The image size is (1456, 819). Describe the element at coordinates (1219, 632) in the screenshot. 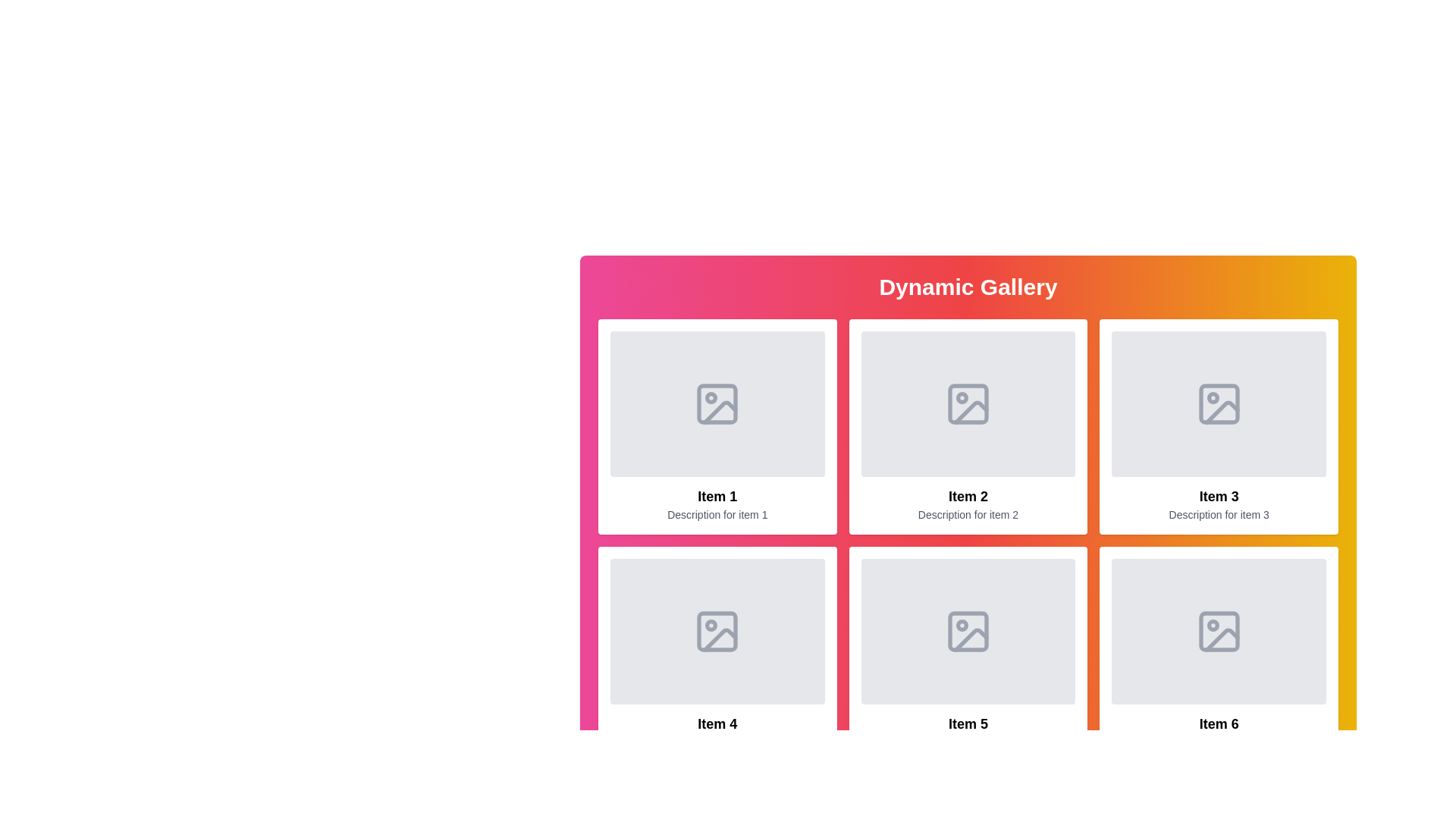

I see `the SVG icon located in the bottom-right position of the 'Item 6' card within the 'Dynamic Gallery' section to initiate an action` at that location.